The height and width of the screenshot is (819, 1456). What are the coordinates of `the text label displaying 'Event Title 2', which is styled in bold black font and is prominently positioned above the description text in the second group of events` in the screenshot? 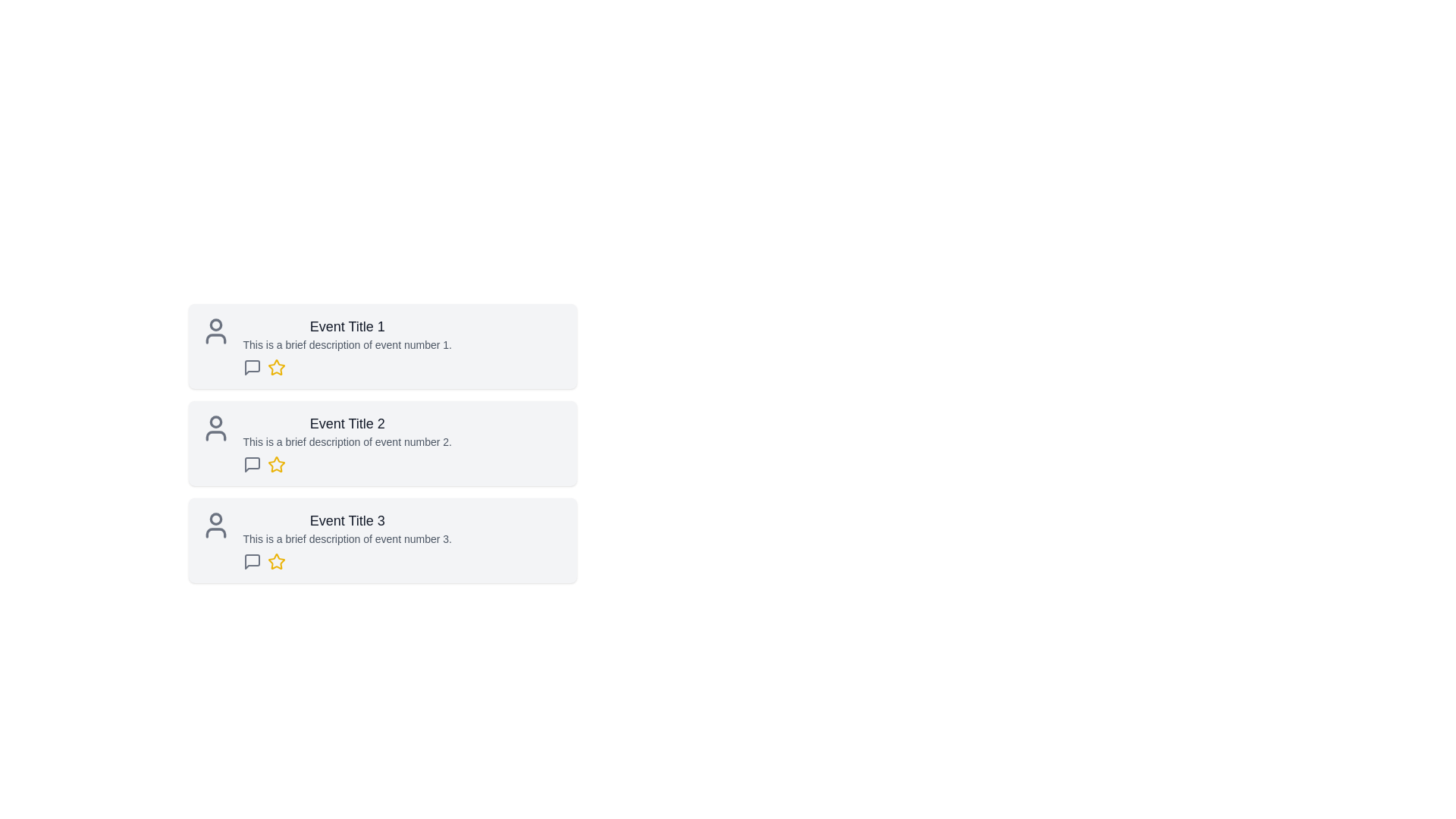 It's located at (347, 424).